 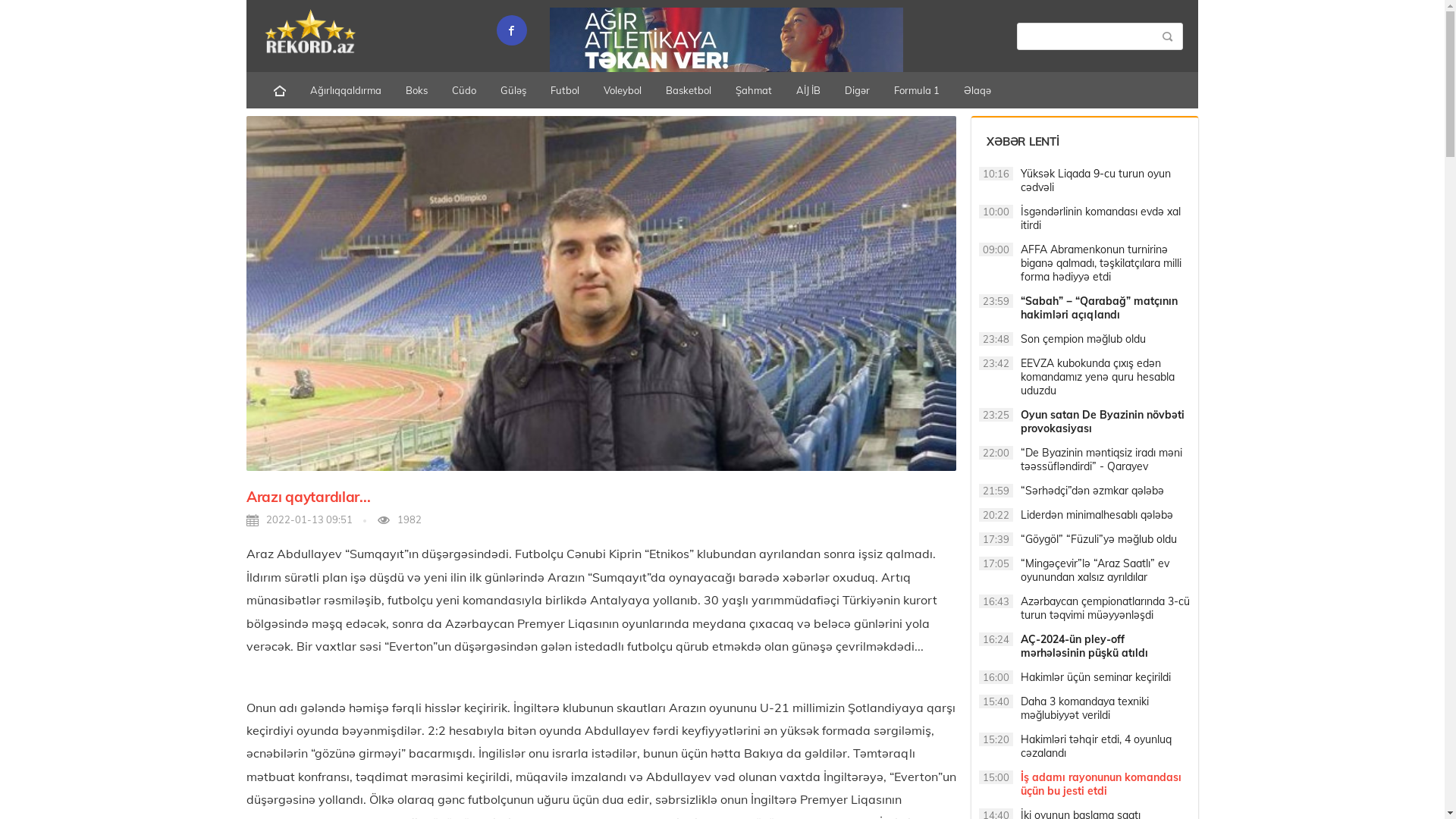 I want to click on 'Basketbol', so click(x=687, y=90).